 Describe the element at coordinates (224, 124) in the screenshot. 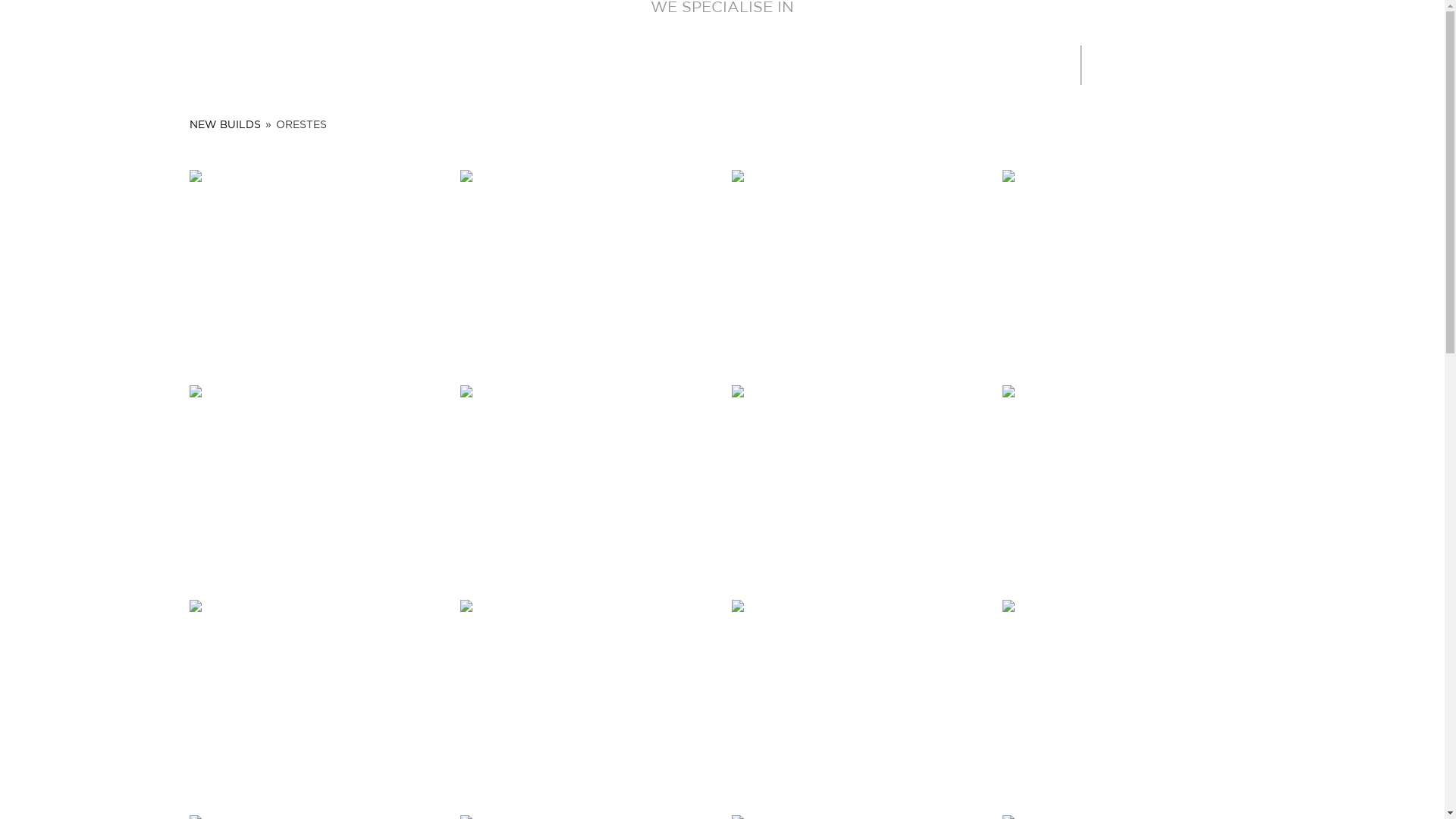

I see `'NEW BUILDS'` at that location.